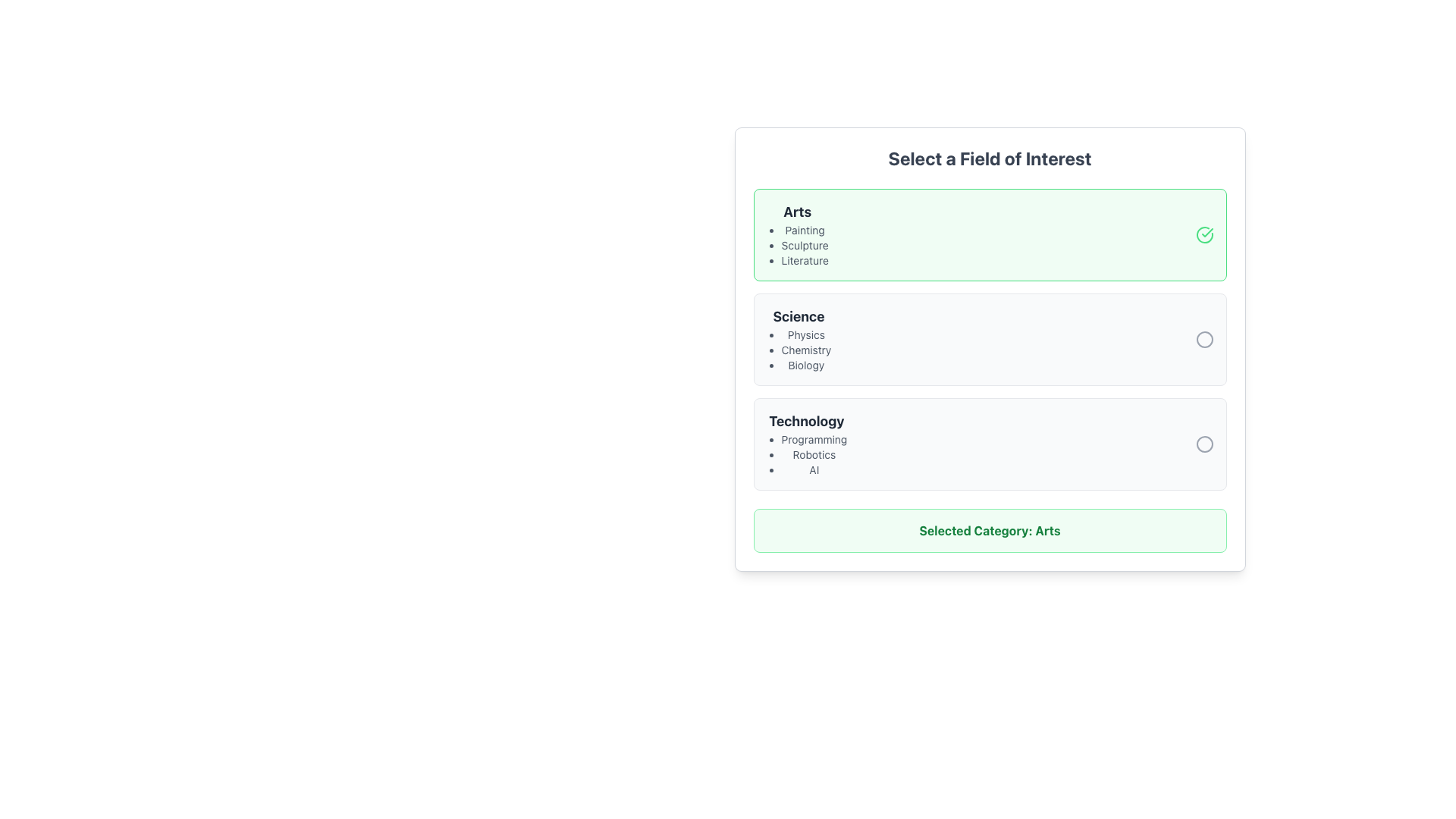  What do you see at coordinates (1203, 338) in the screenshot?
I see `the circular SVG radio button styled as a selectable indicator in the Science category section of the outlined card interface` at bounding box center [1203, 338].